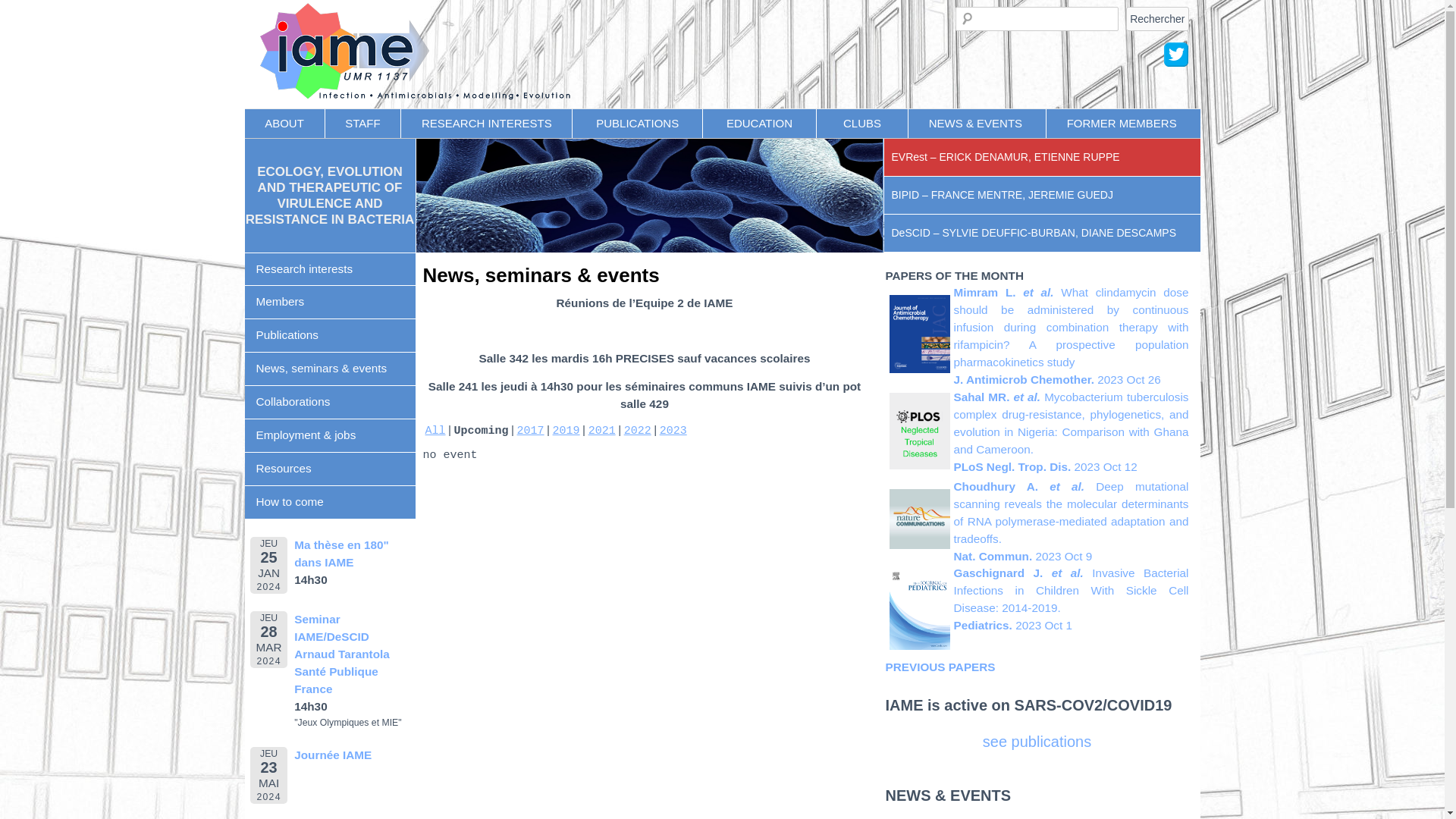  What do you see at coordinates (328, 435) in the screenshot?
I see `'Employment & jobs'` at bounding box center [328, 435].